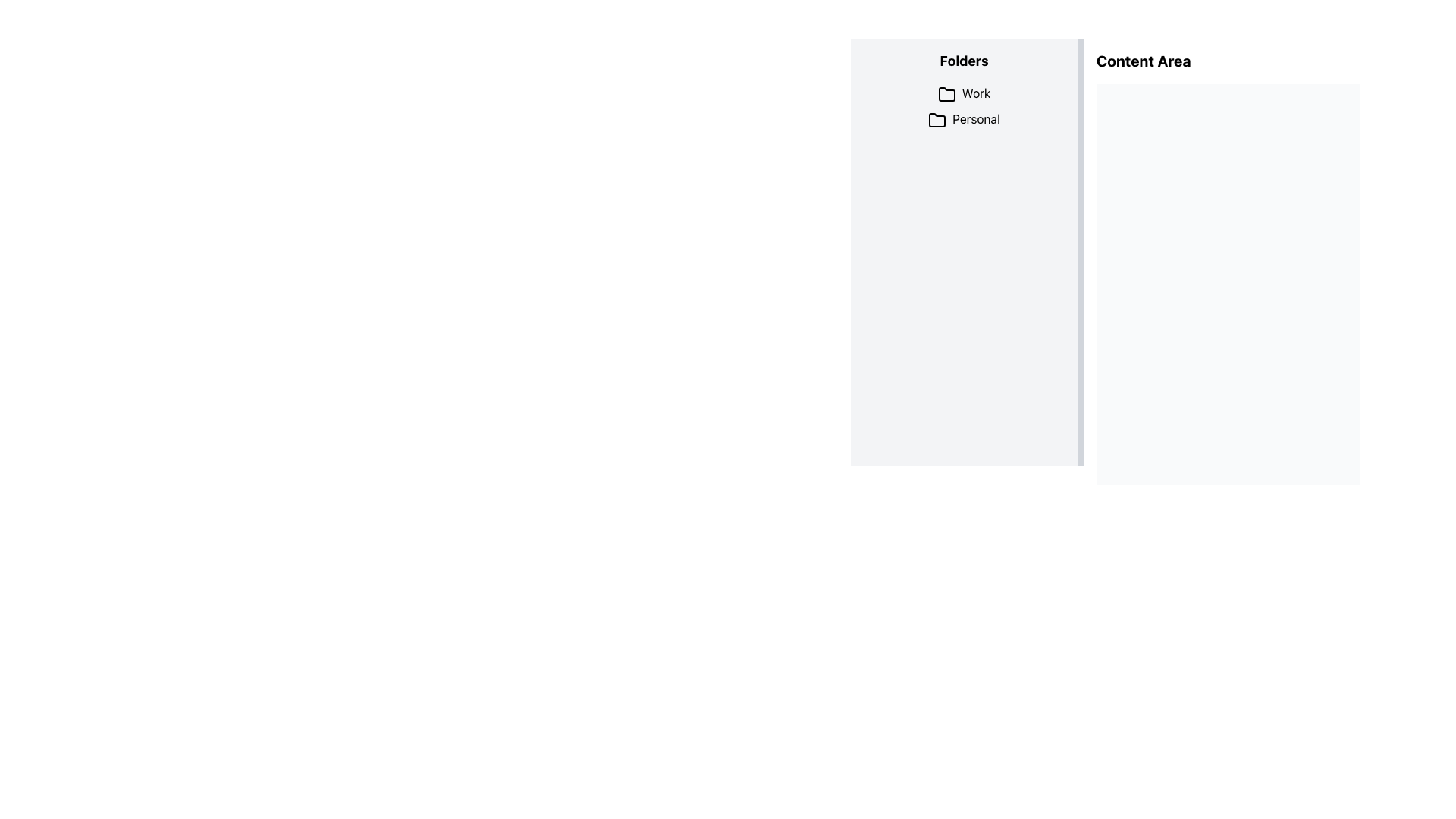  I want to click on the folder icon representing 'Work' in the Folders section, so click(946, 94).